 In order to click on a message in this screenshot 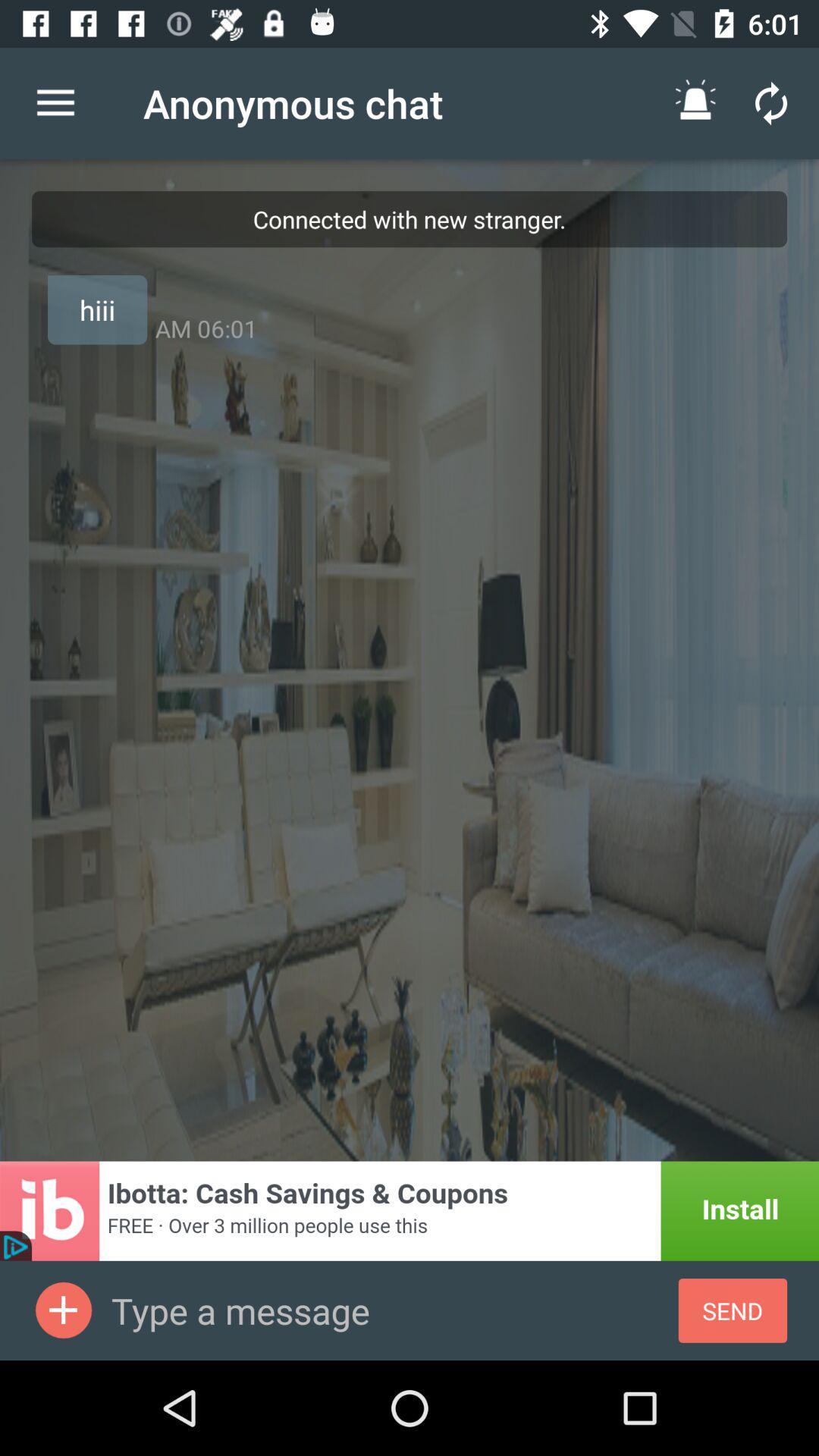, I will do `click(63, 1310)`.